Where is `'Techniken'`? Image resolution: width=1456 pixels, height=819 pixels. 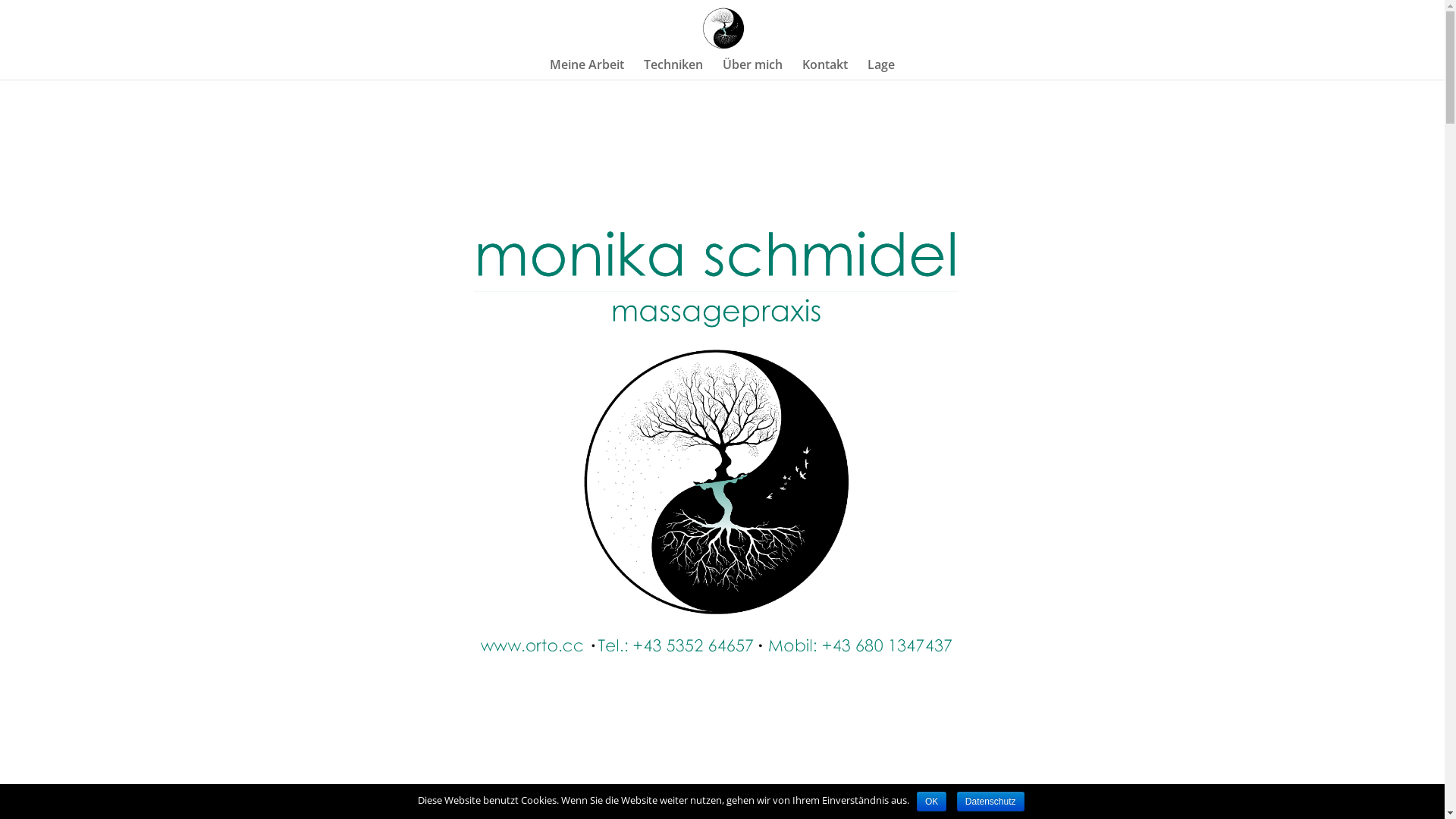
'Techniken' is located at coordinates (673, 69).